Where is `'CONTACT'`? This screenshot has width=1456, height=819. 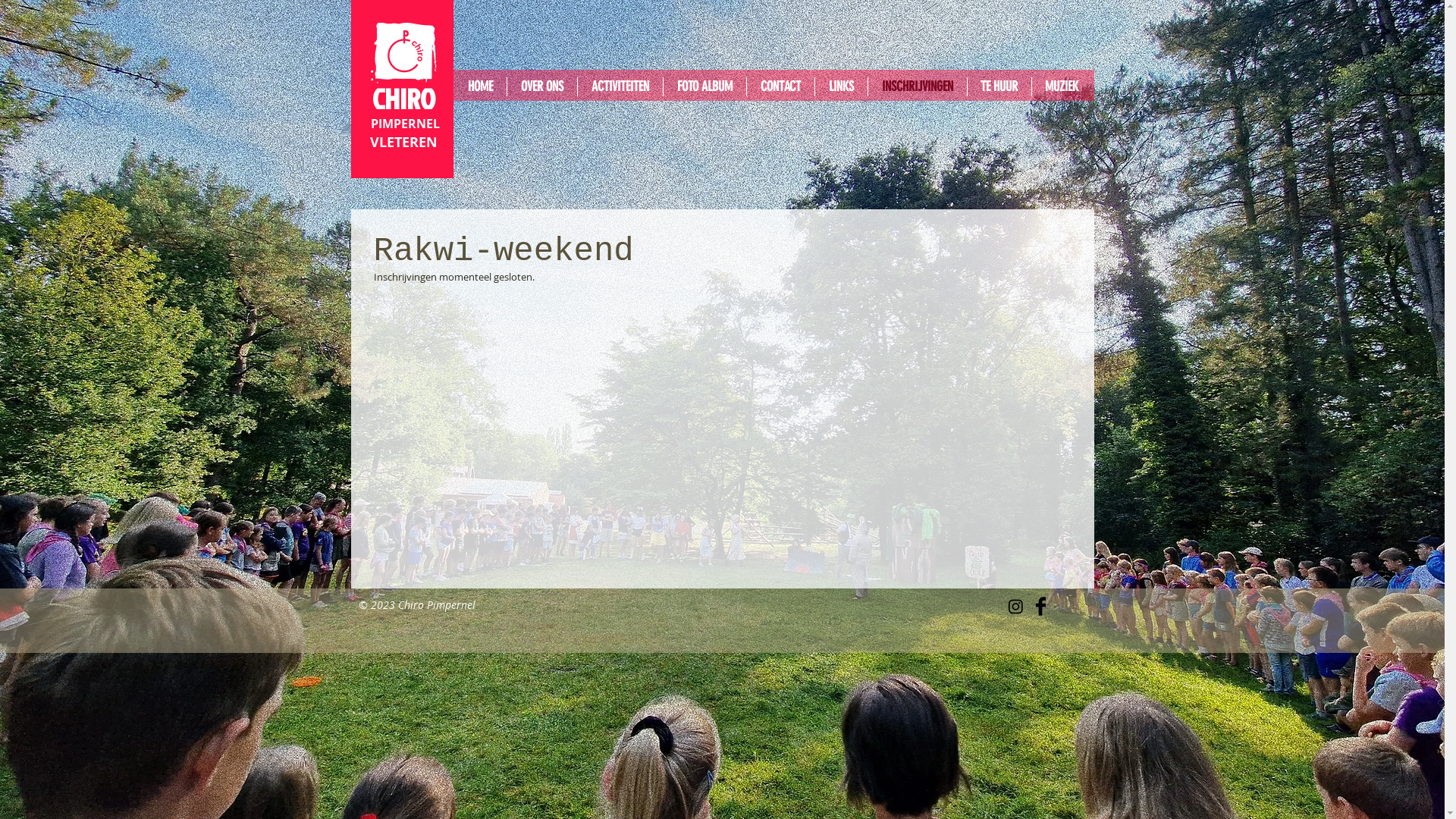
'CONTACT' is located at coordinates (780, 86).